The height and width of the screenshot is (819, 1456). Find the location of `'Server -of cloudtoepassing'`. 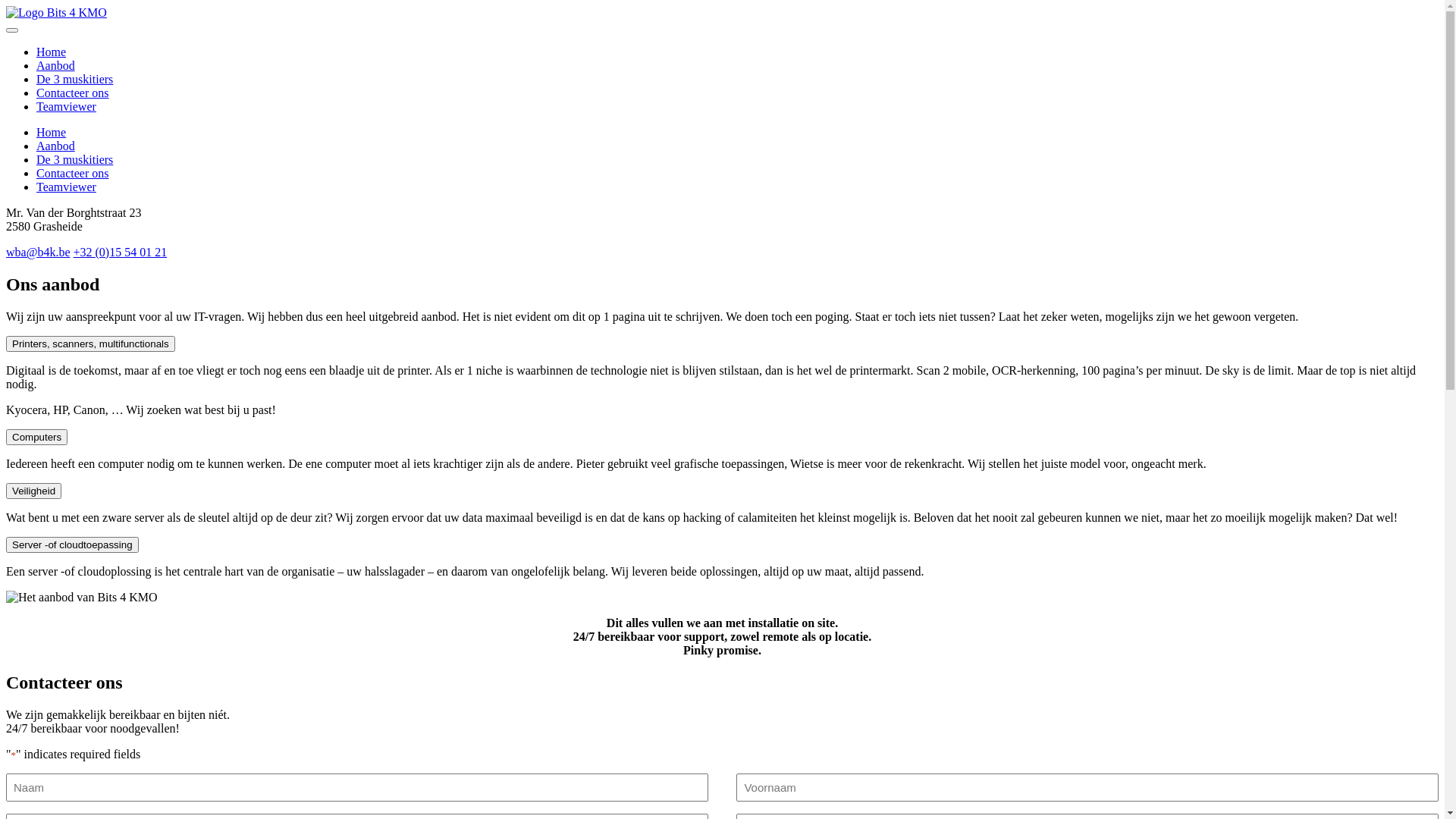

'Server -of cloudtoepassing' is located at coordinates (71, 544).